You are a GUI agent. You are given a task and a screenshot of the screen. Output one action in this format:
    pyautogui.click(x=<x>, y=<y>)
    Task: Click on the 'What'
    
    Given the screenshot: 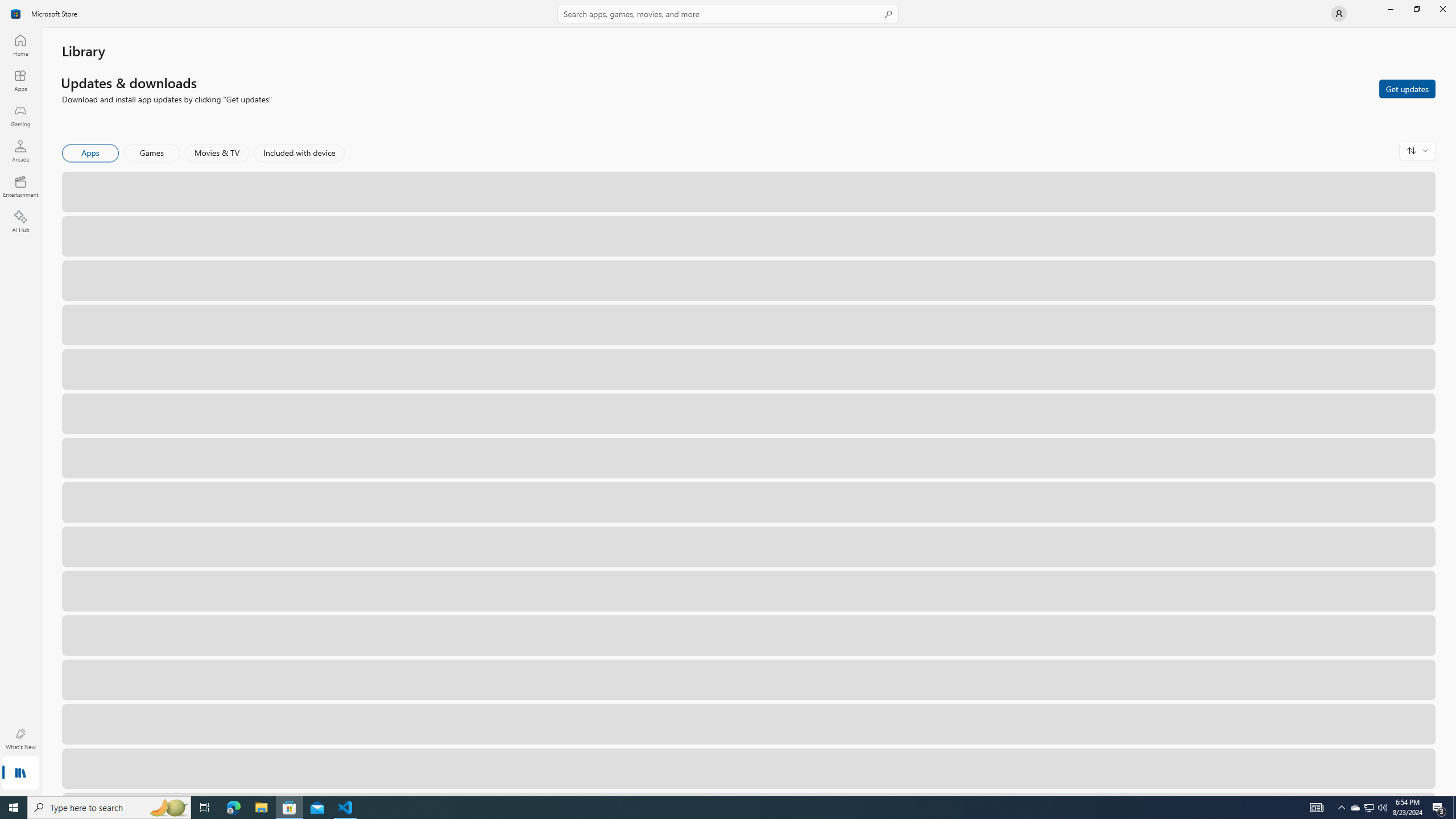 What is the action you would take?
    pyautogui.click(x=19, y=738)
    